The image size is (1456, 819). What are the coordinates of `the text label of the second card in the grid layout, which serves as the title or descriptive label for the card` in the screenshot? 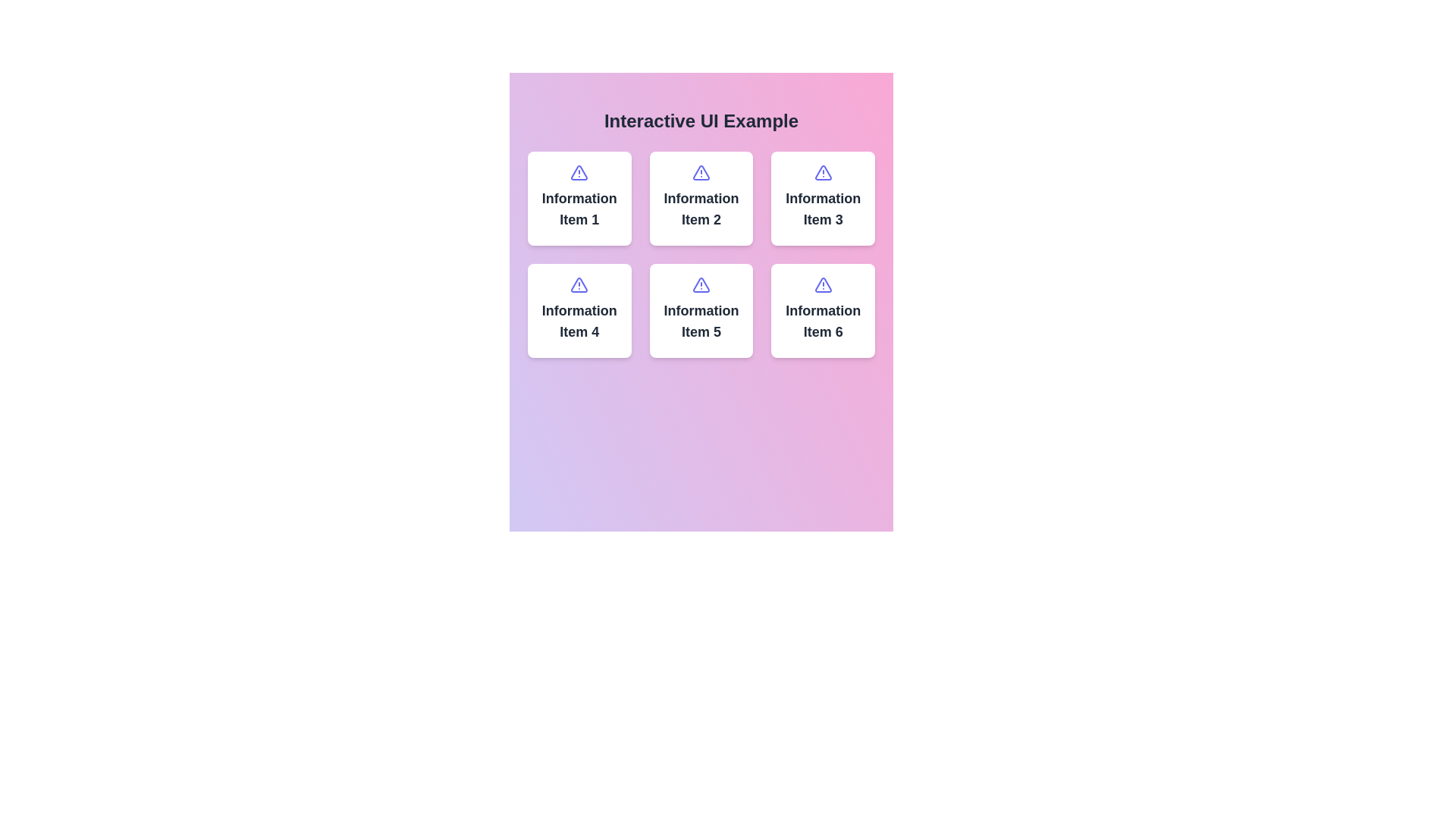 It's located at (701, 209).